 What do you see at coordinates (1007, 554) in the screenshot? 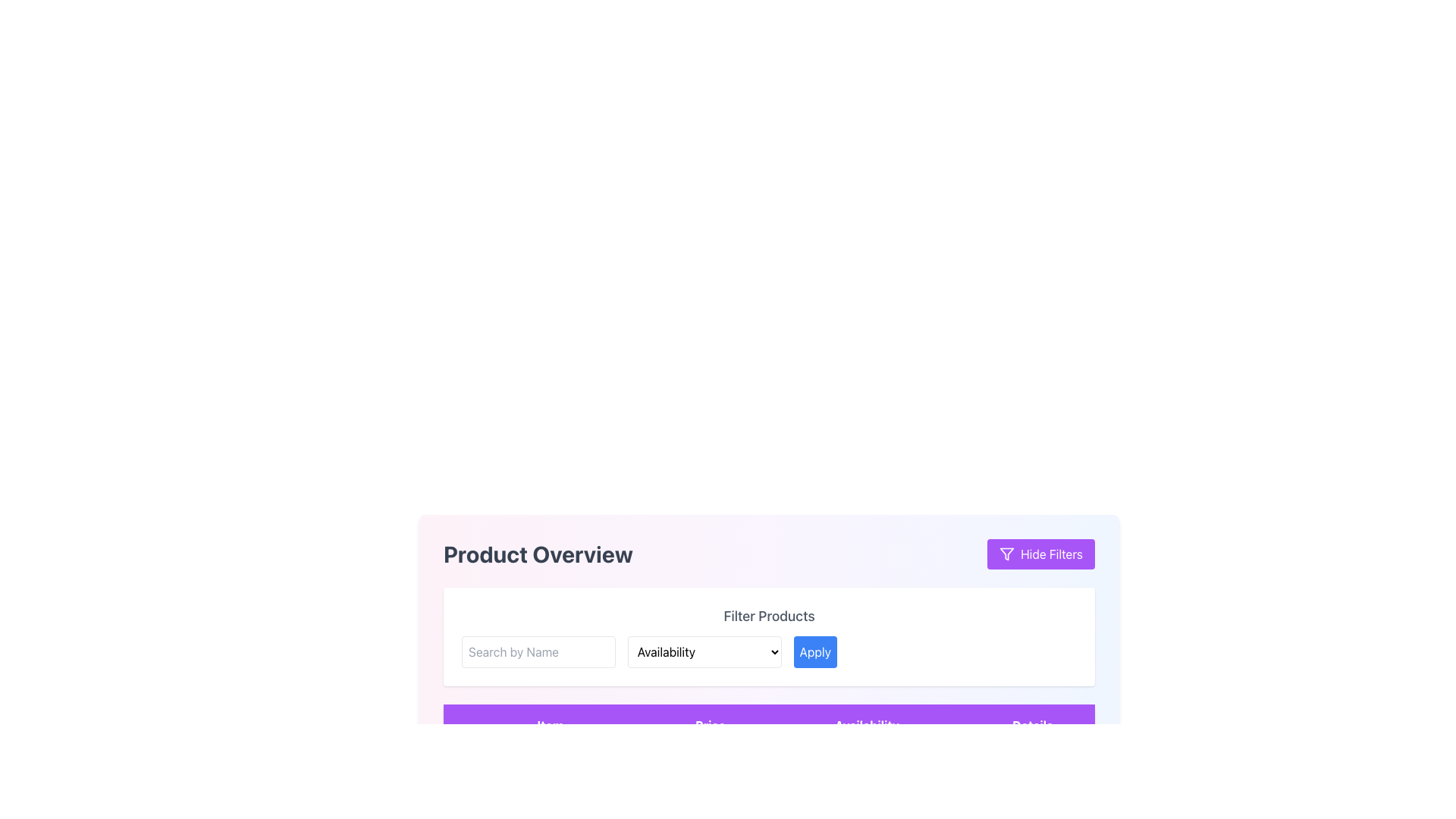
I see `the filter funnel icon, which is part of the 'Hide Filters' button located in the top-right corner of the interface` at bounding box center [1007, 554].